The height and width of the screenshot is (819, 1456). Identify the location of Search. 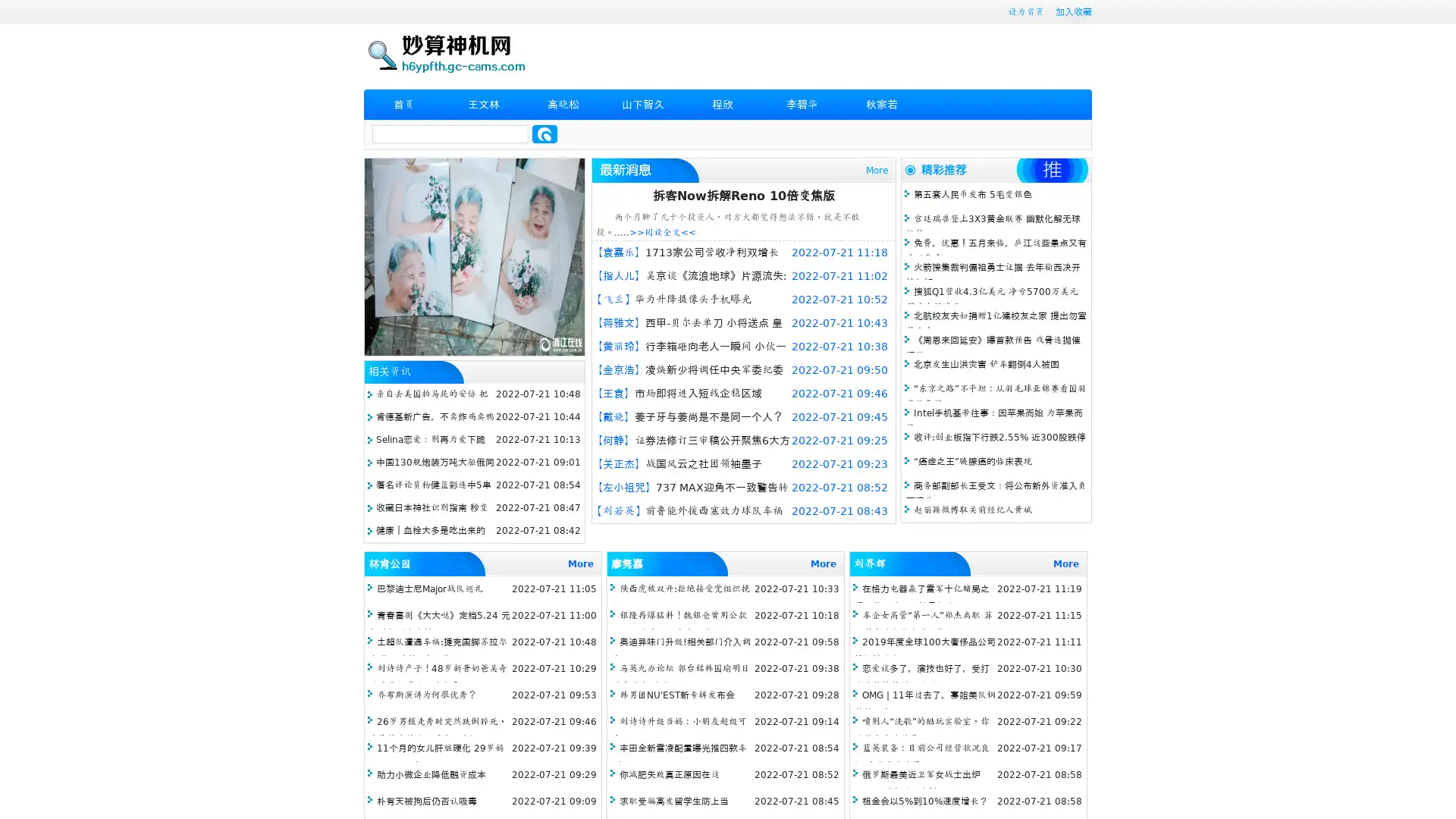
(544, 133).